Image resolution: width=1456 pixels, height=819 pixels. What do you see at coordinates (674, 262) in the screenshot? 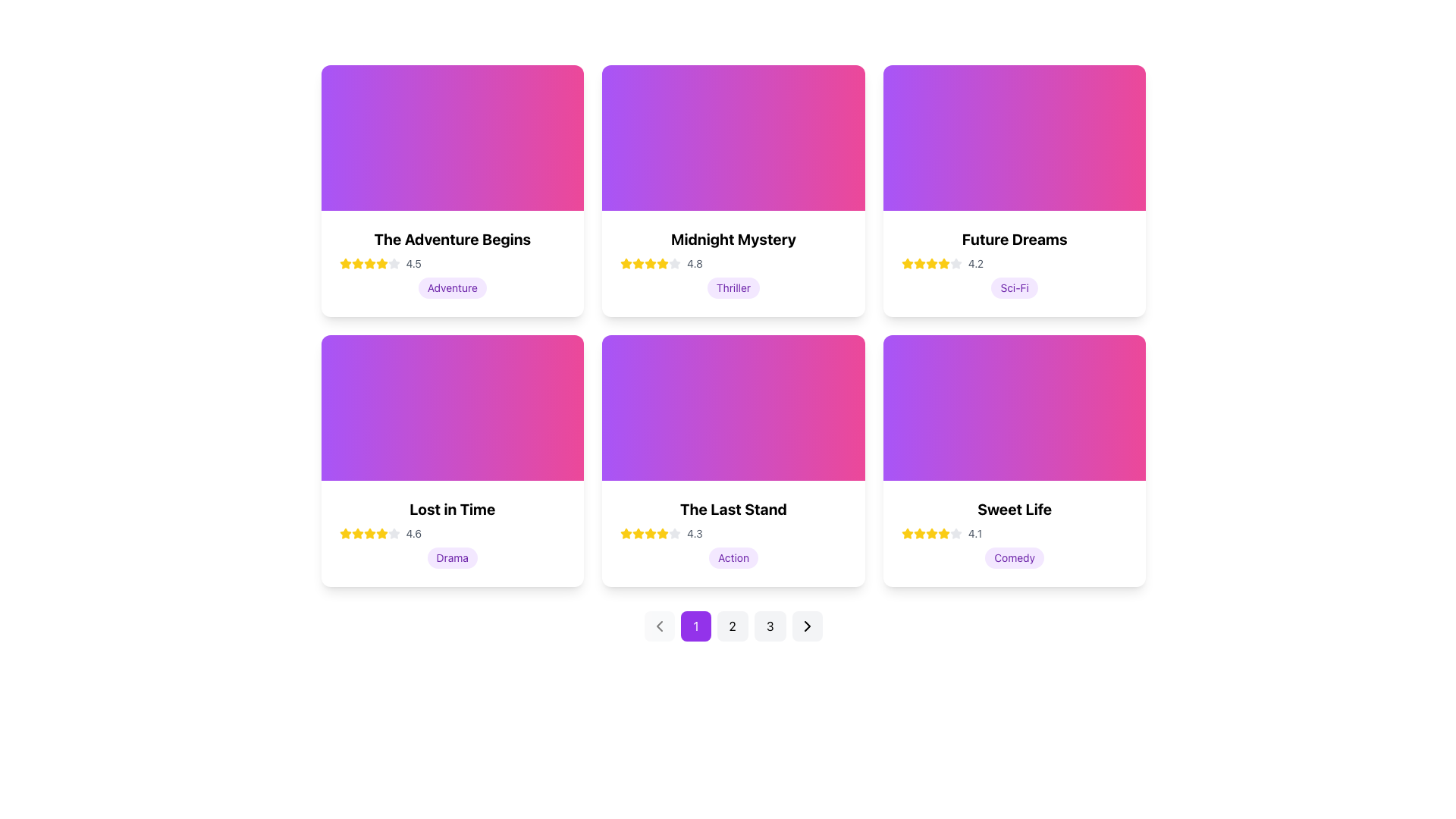
I see `the empty star icon in the rating system under the title 'Midnight Mystery' to alter the rating` at bounding box center [674, 262].